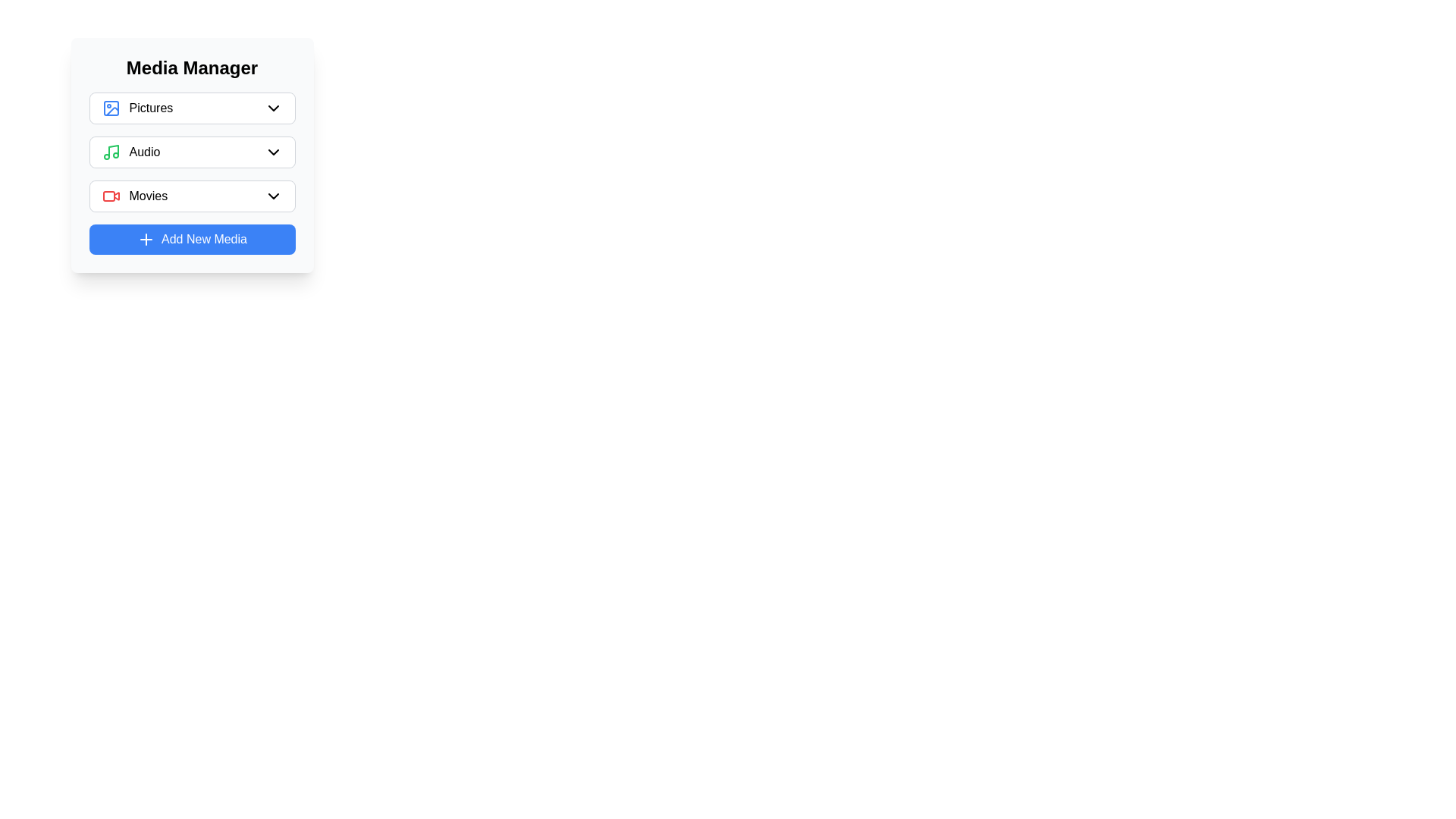  Describe the element at coordinates (191, 239) in the screenshot. I see `the button located at the bottom of the 'Media Manager' section` at that location.